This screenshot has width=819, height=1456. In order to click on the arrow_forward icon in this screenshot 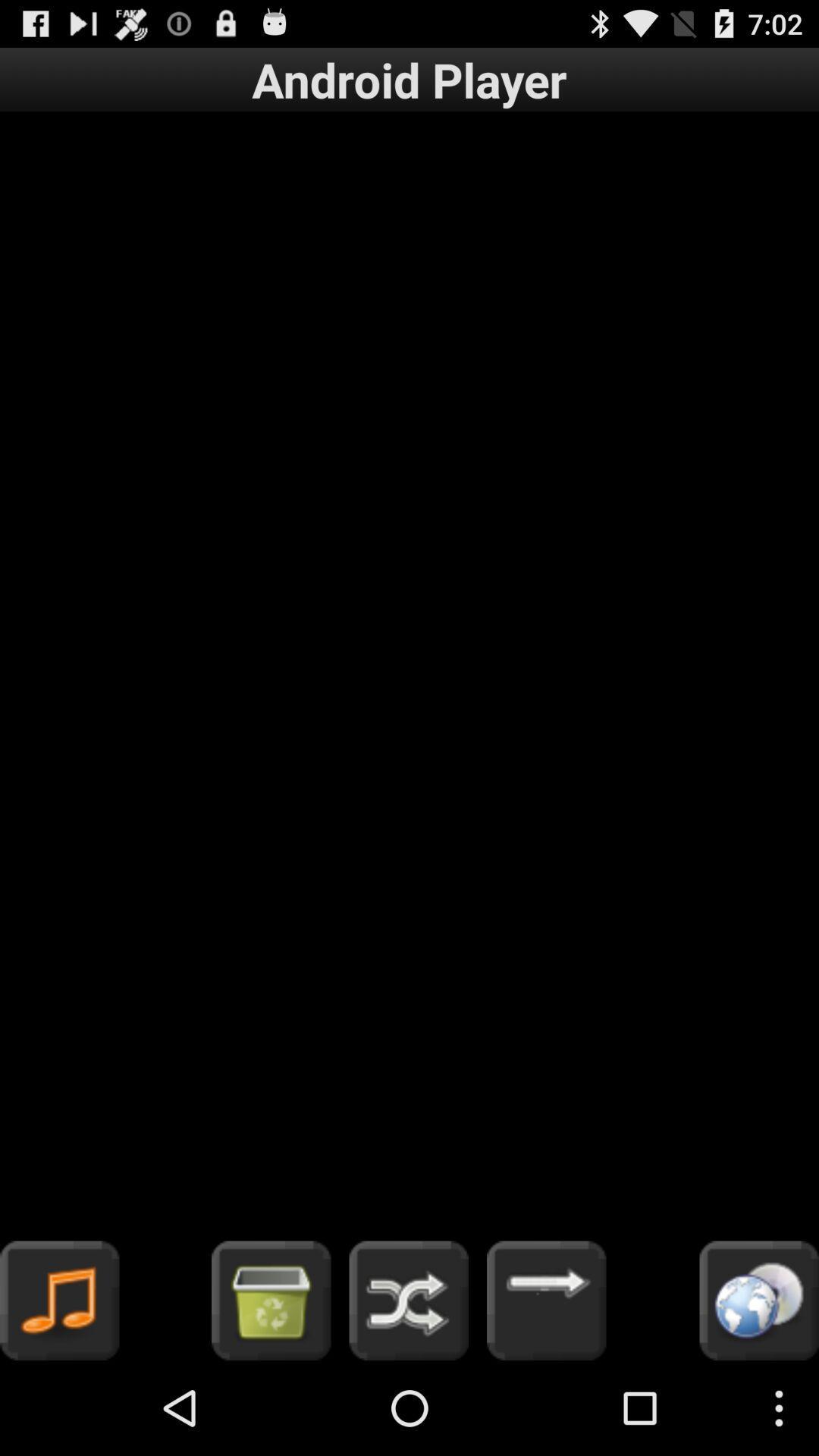, I will do `click(546, 1392)`.